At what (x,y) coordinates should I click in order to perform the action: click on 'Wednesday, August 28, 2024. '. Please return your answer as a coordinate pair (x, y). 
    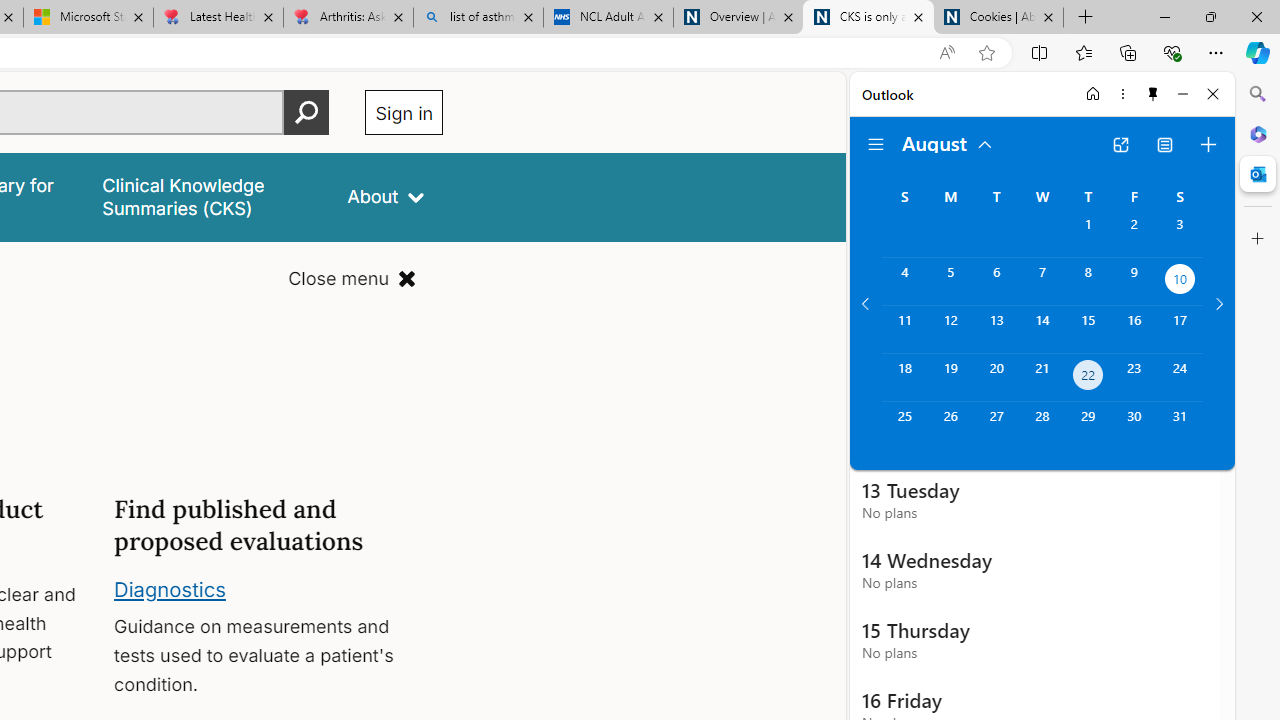
    Looking at the image, I should click on (1041, 424).